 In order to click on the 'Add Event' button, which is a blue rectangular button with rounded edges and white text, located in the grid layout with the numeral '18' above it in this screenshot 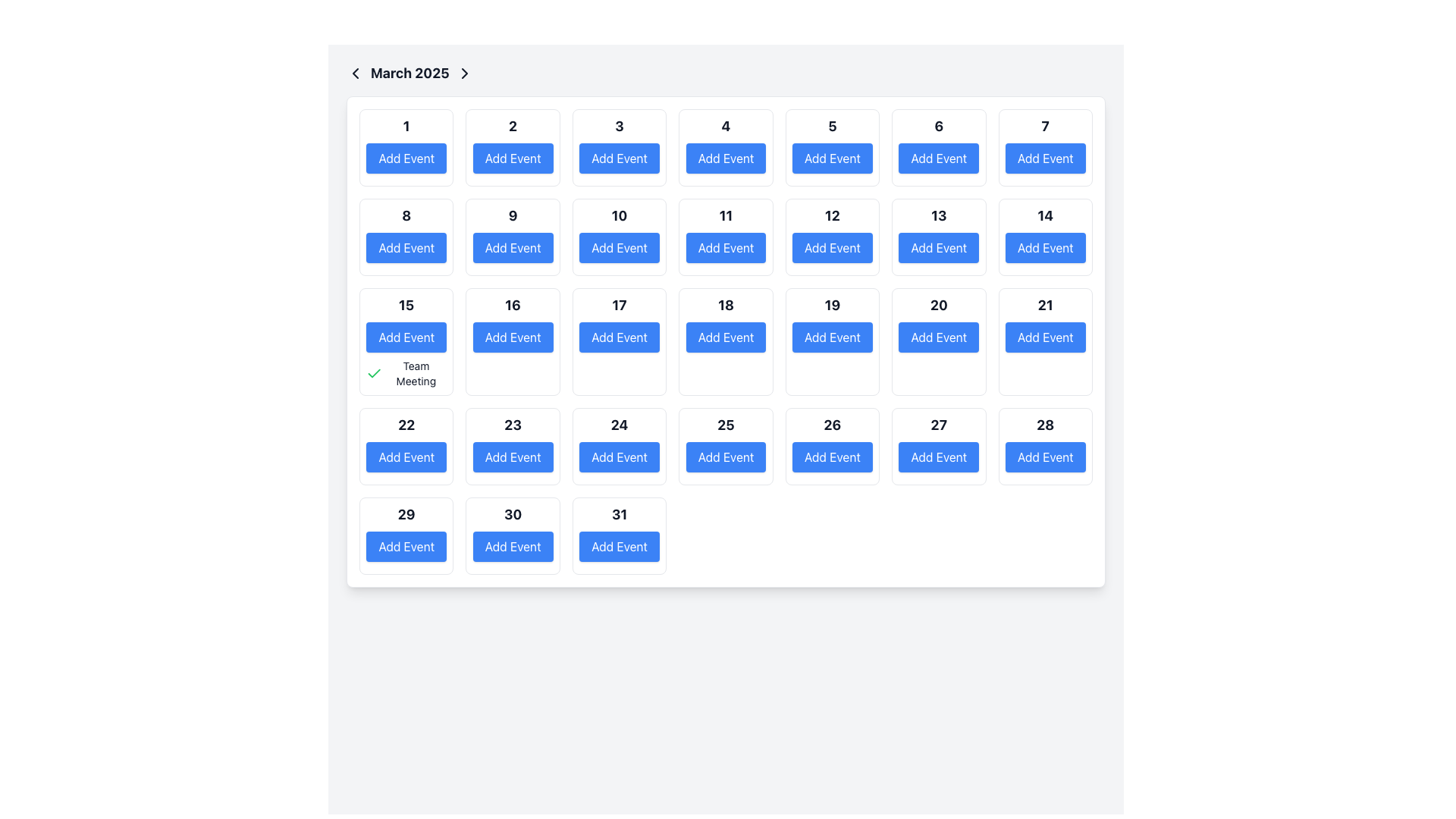, I will do `click(725, 342)`.